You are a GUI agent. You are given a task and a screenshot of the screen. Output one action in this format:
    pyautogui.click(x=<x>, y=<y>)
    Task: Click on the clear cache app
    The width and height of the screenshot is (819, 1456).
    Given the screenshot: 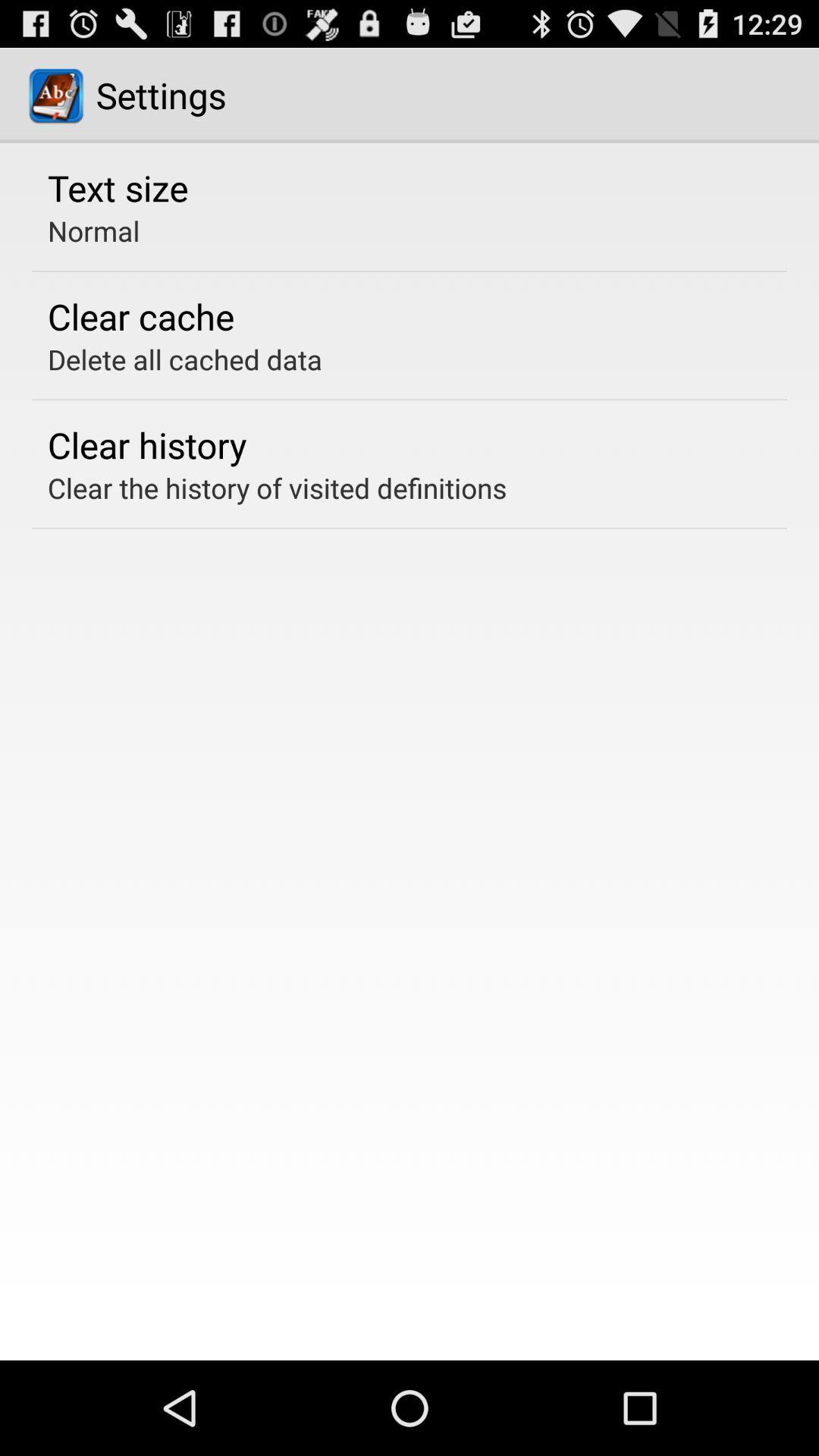 What is the action you would take?
    pyautogui.click(x=140, y=315)
    